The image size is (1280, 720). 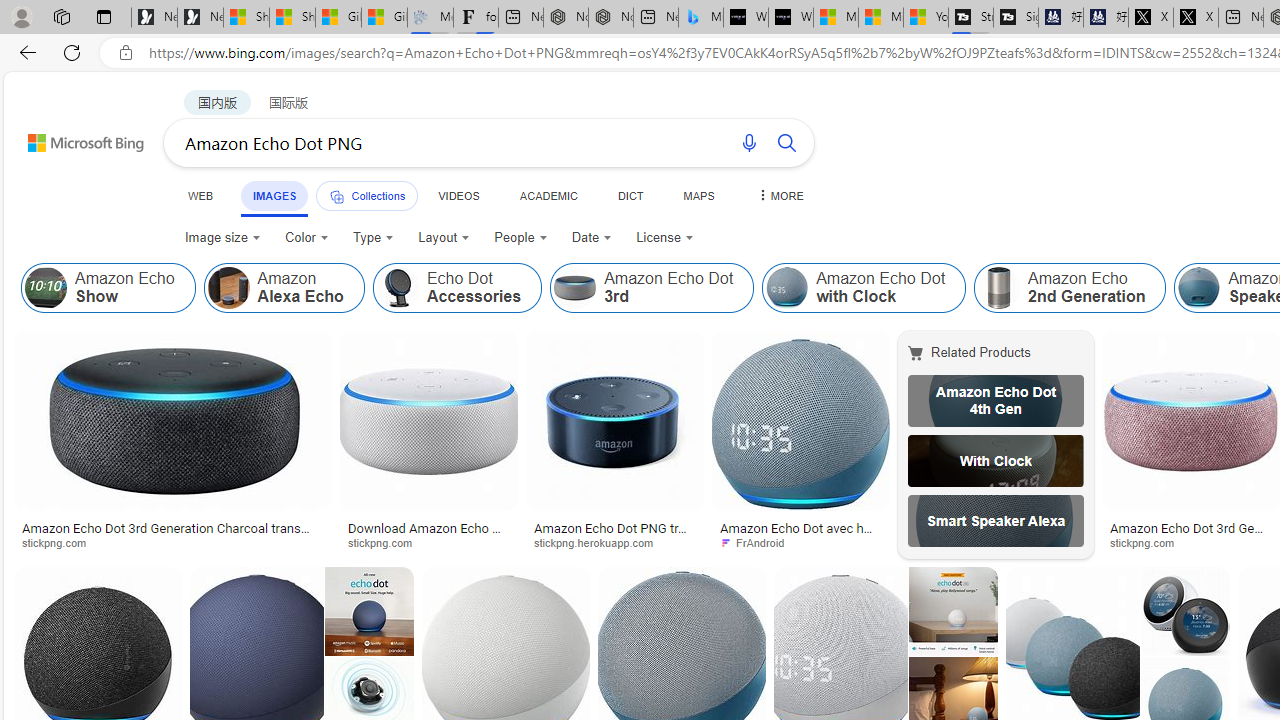 I want to click on 'License', so click(x=664, y=236).